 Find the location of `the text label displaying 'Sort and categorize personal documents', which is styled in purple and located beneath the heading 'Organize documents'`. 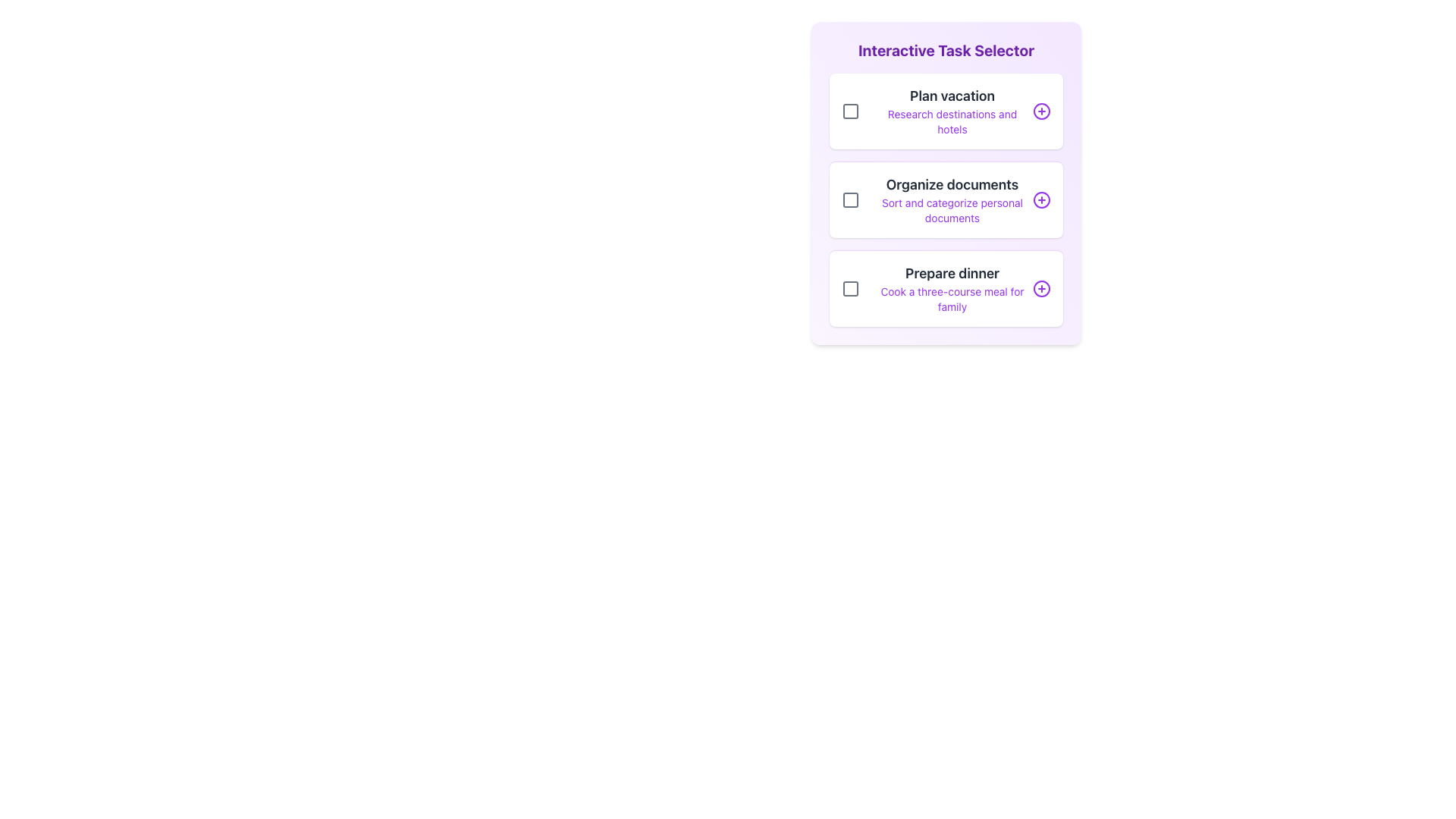

the text label displaying 'Sort and categorize personal documents', which is styled in purple and located beneath the heading 'Organize documents' is located at coordinates (952, 210).